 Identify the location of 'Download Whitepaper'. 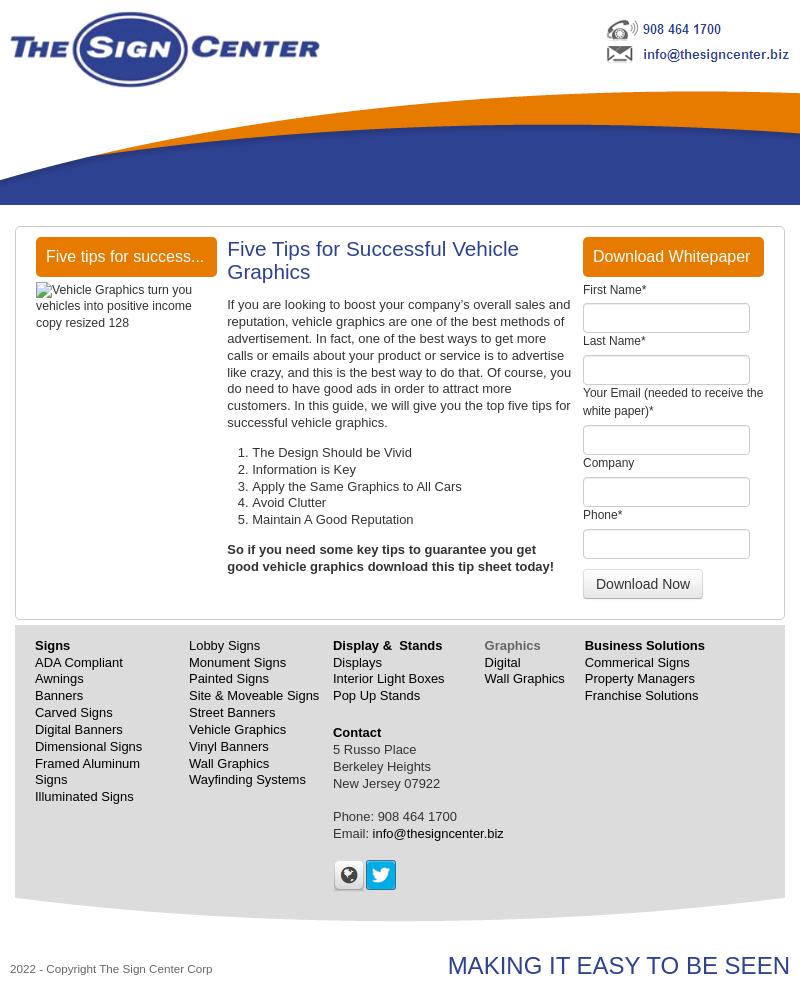
(671, 255).